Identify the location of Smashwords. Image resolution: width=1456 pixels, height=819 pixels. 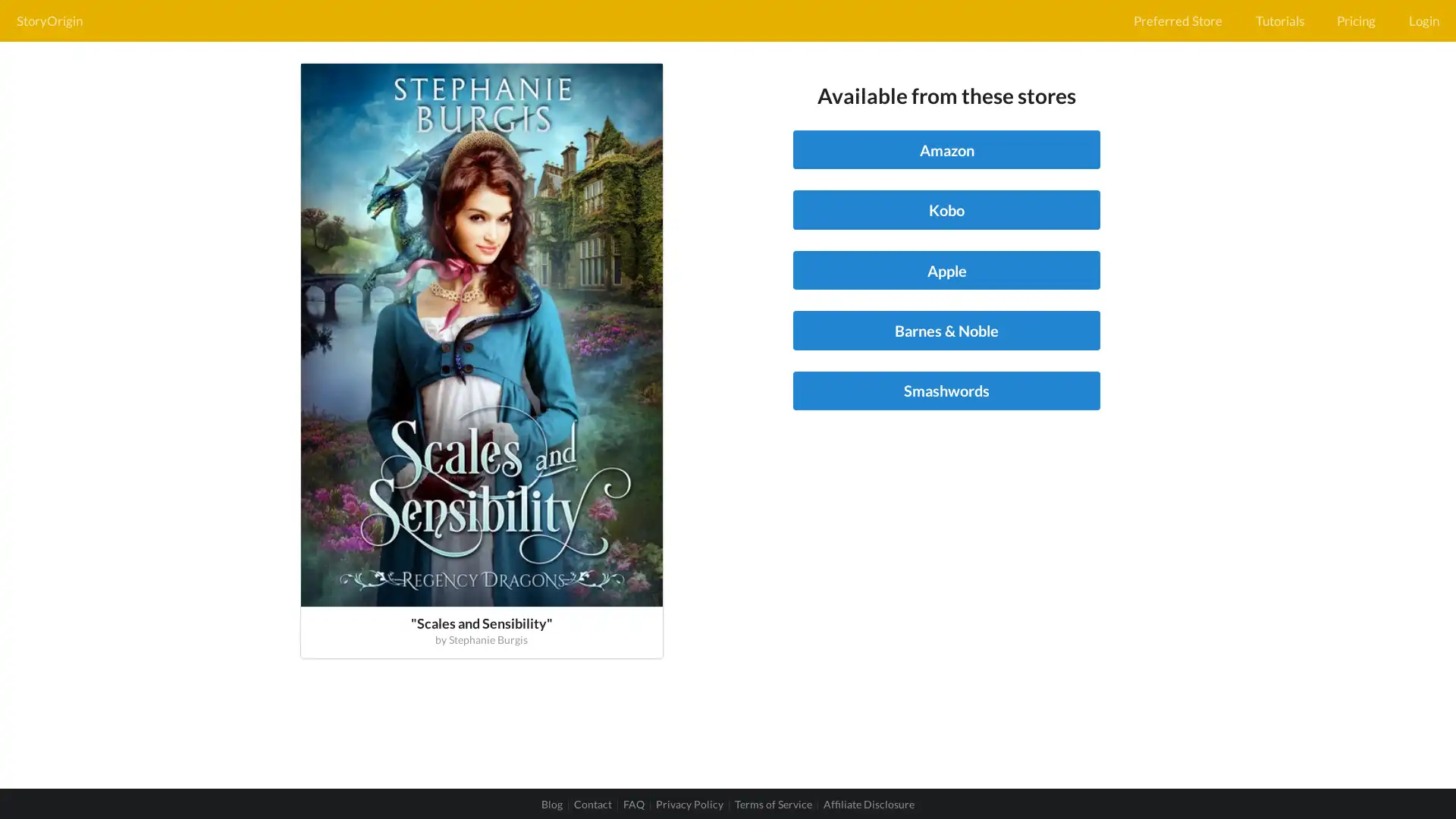
(946, 390).